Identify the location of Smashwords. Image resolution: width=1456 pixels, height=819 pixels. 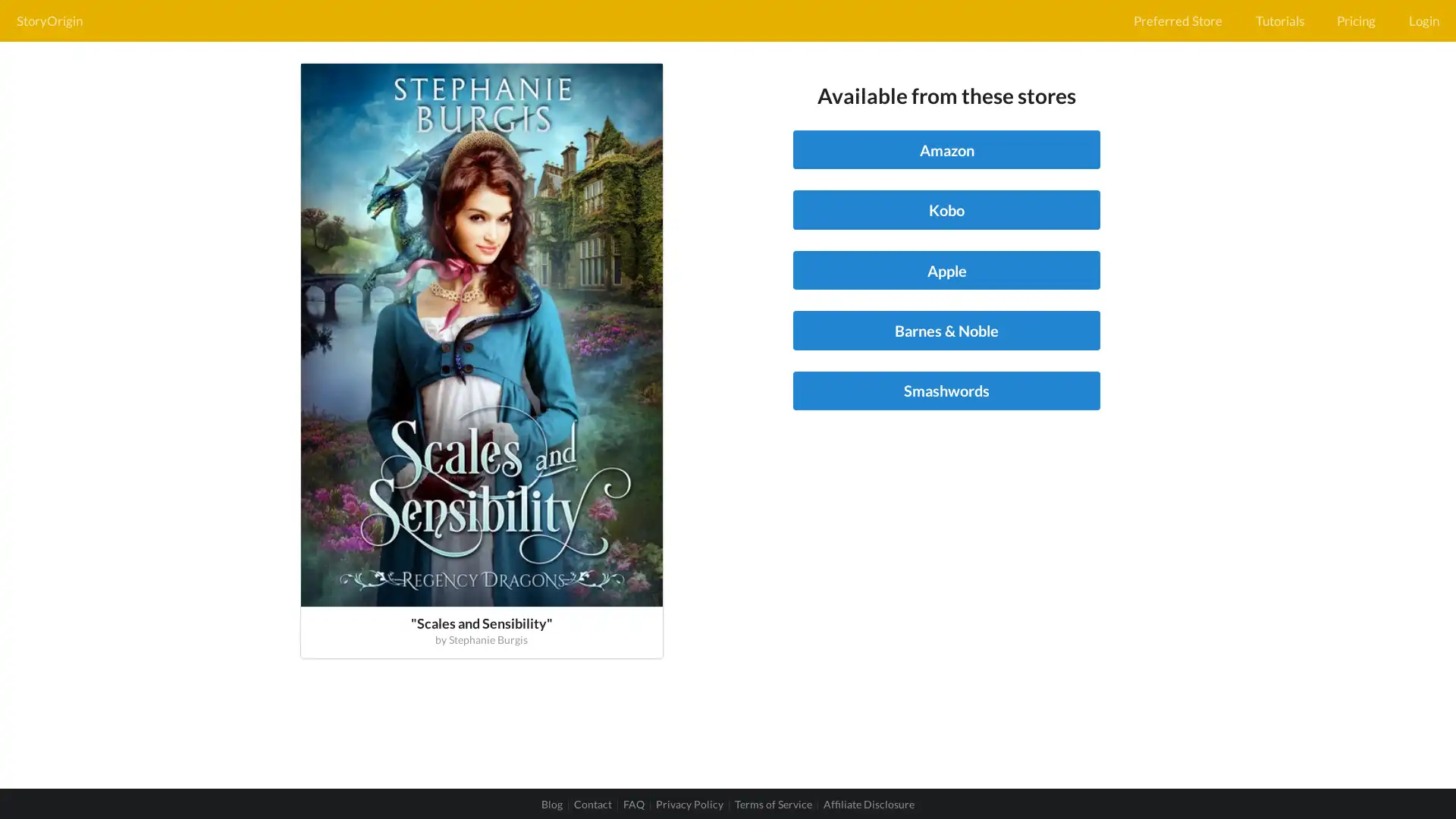
(946, 390).